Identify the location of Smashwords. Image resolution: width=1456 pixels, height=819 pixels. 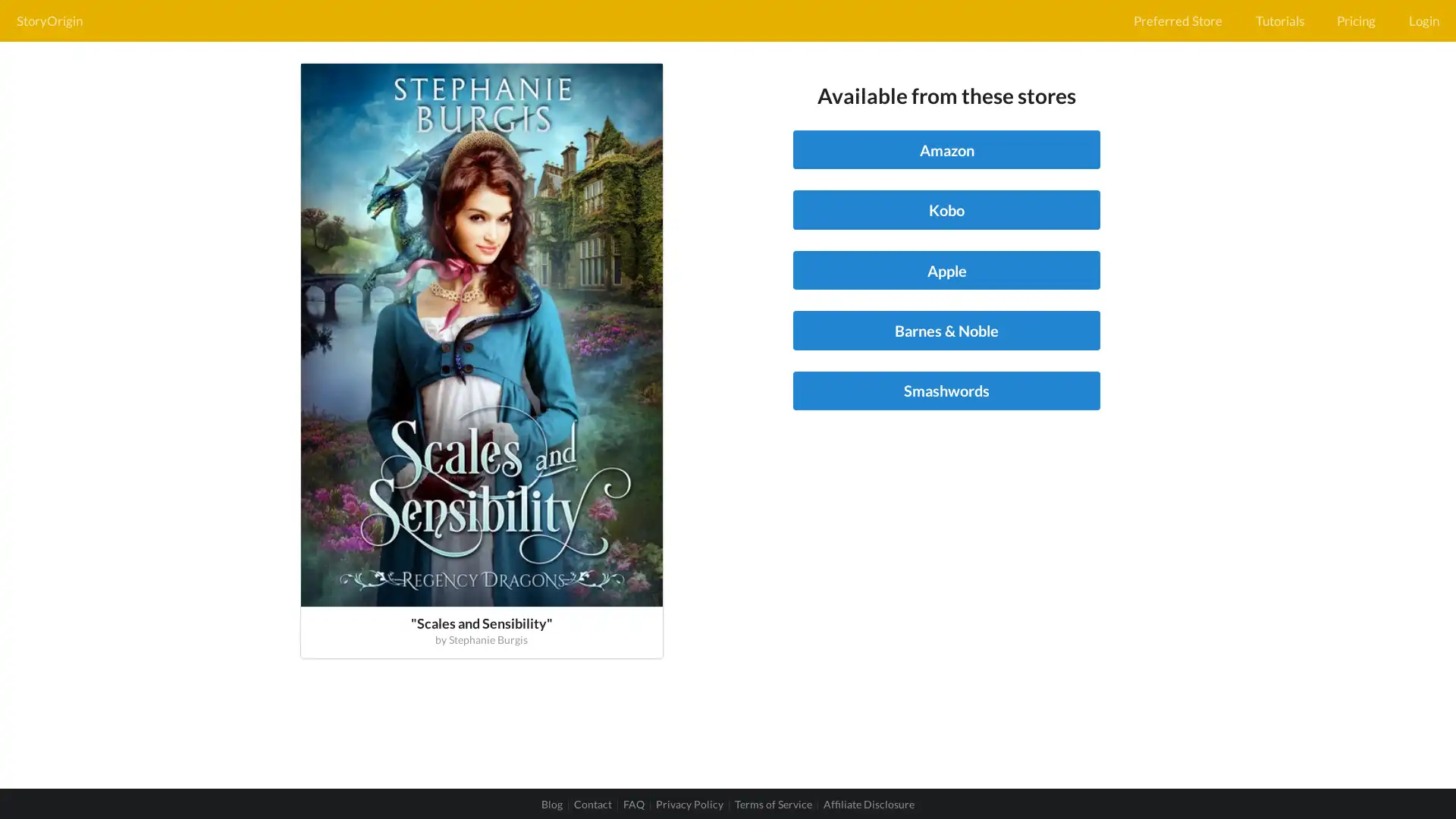
(946, 390).